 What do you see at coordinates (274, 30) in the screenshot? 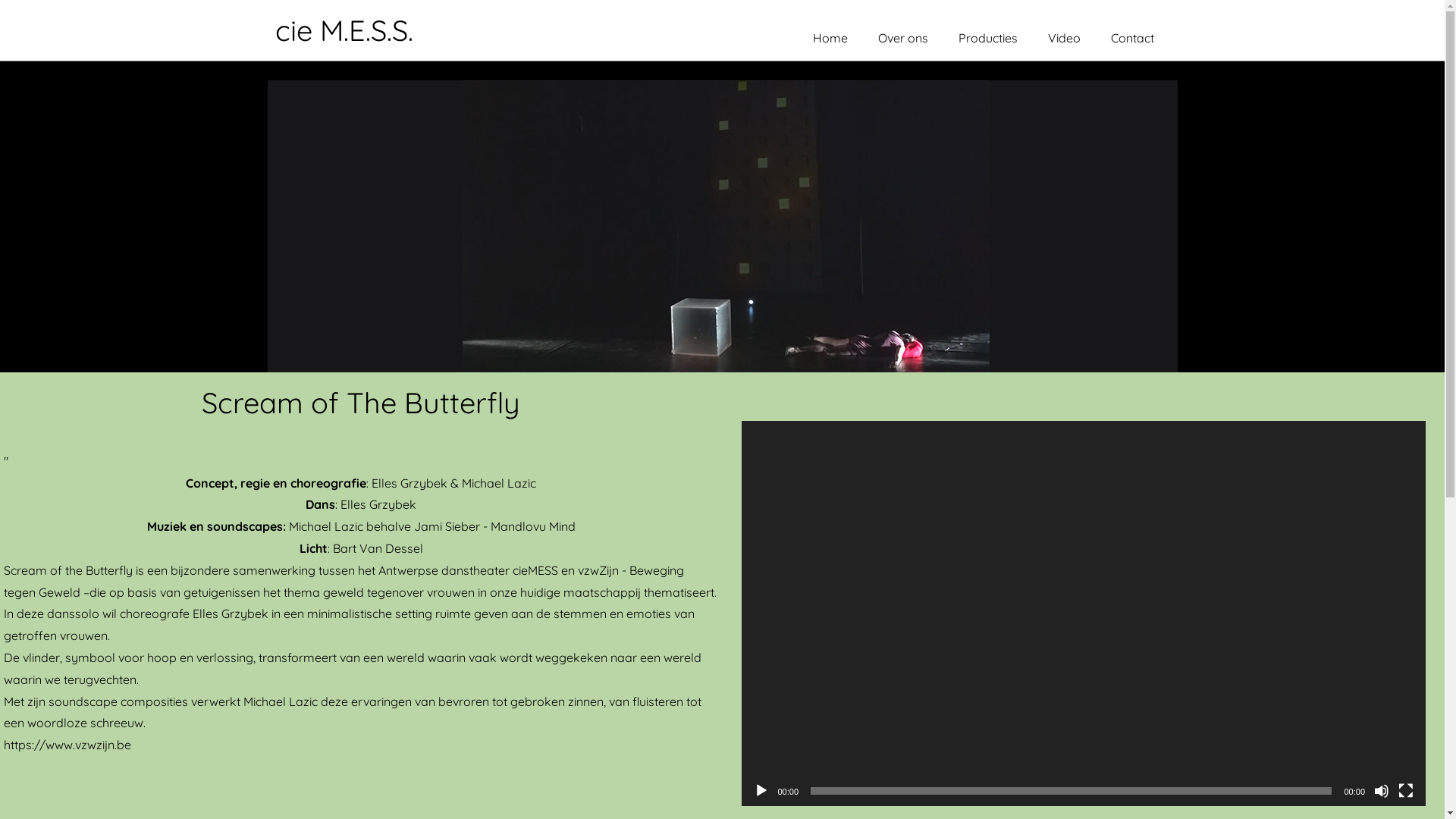
I see `'cie M.E.S.S.'` at bounding box center [274, 30].